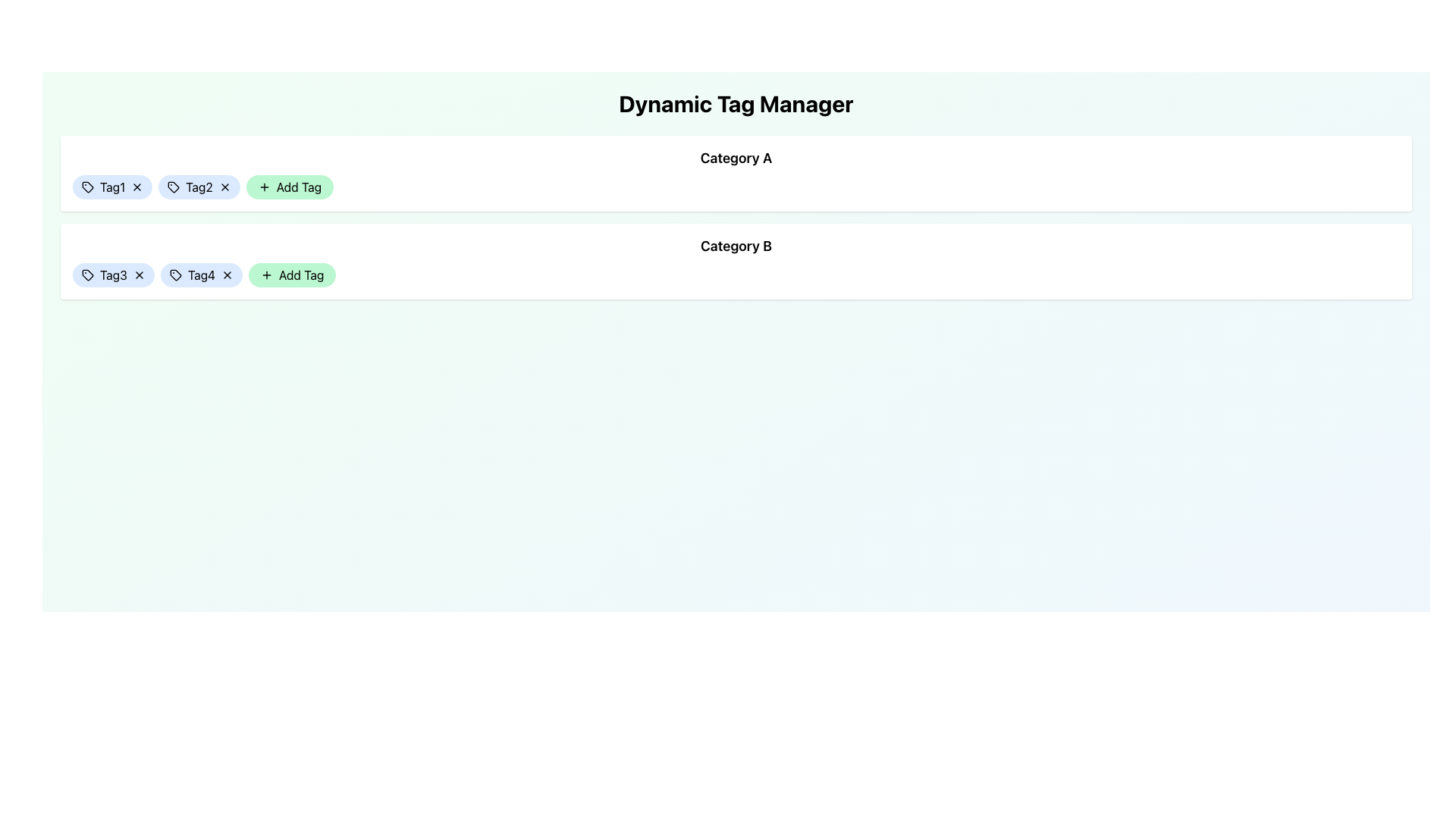 This screenshot has width=1456, height=819. Describe the element at coordinates (175, 275) in the screenshot. I see `the icon associated with the Tag4 label in Category B, which visually indicates the context of the text` at that location.